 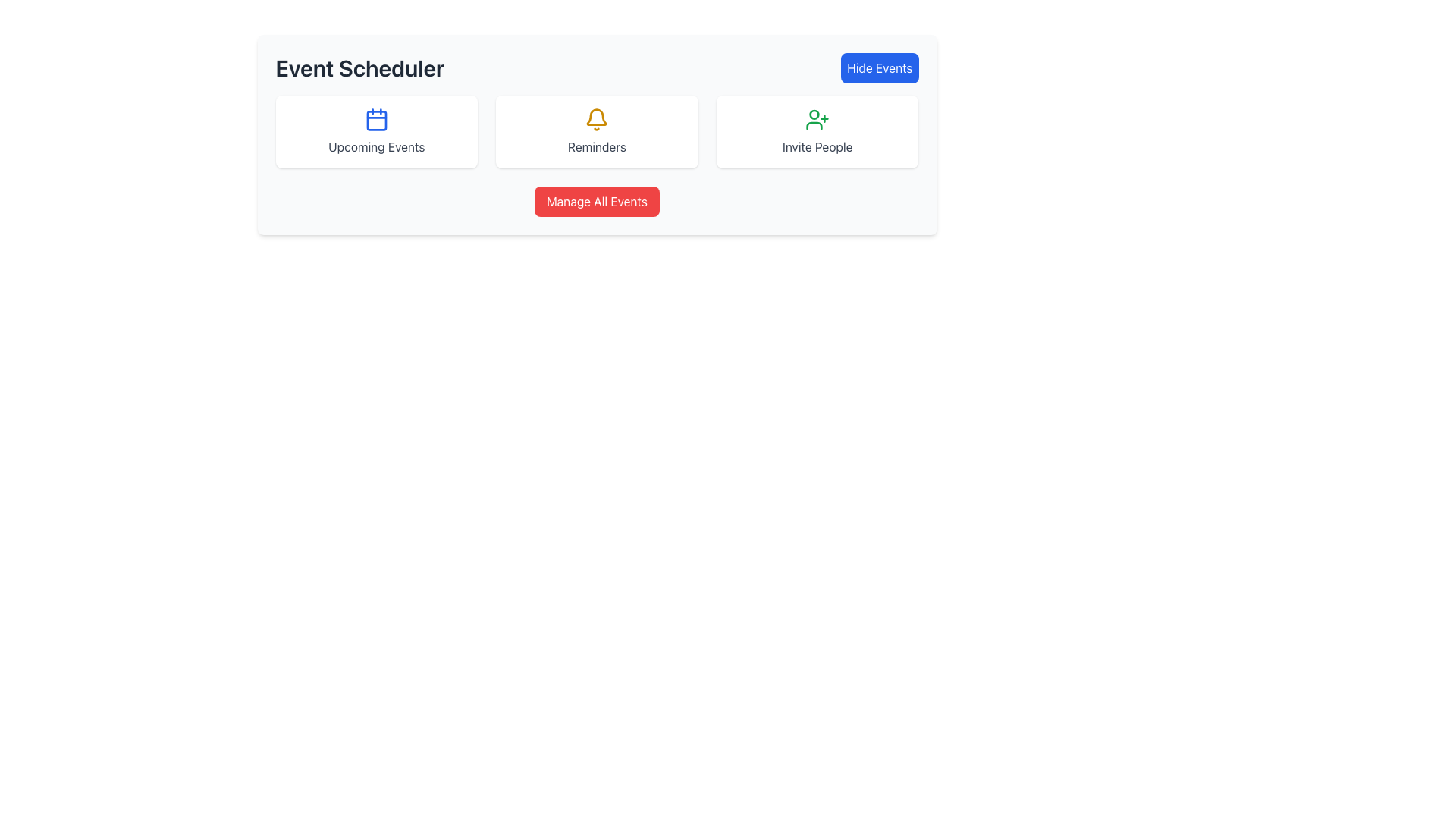 I want to click on the red button labeled 'Manage All Events' located centrally at the bottom of the main interface section, so click(x=596, y=201).